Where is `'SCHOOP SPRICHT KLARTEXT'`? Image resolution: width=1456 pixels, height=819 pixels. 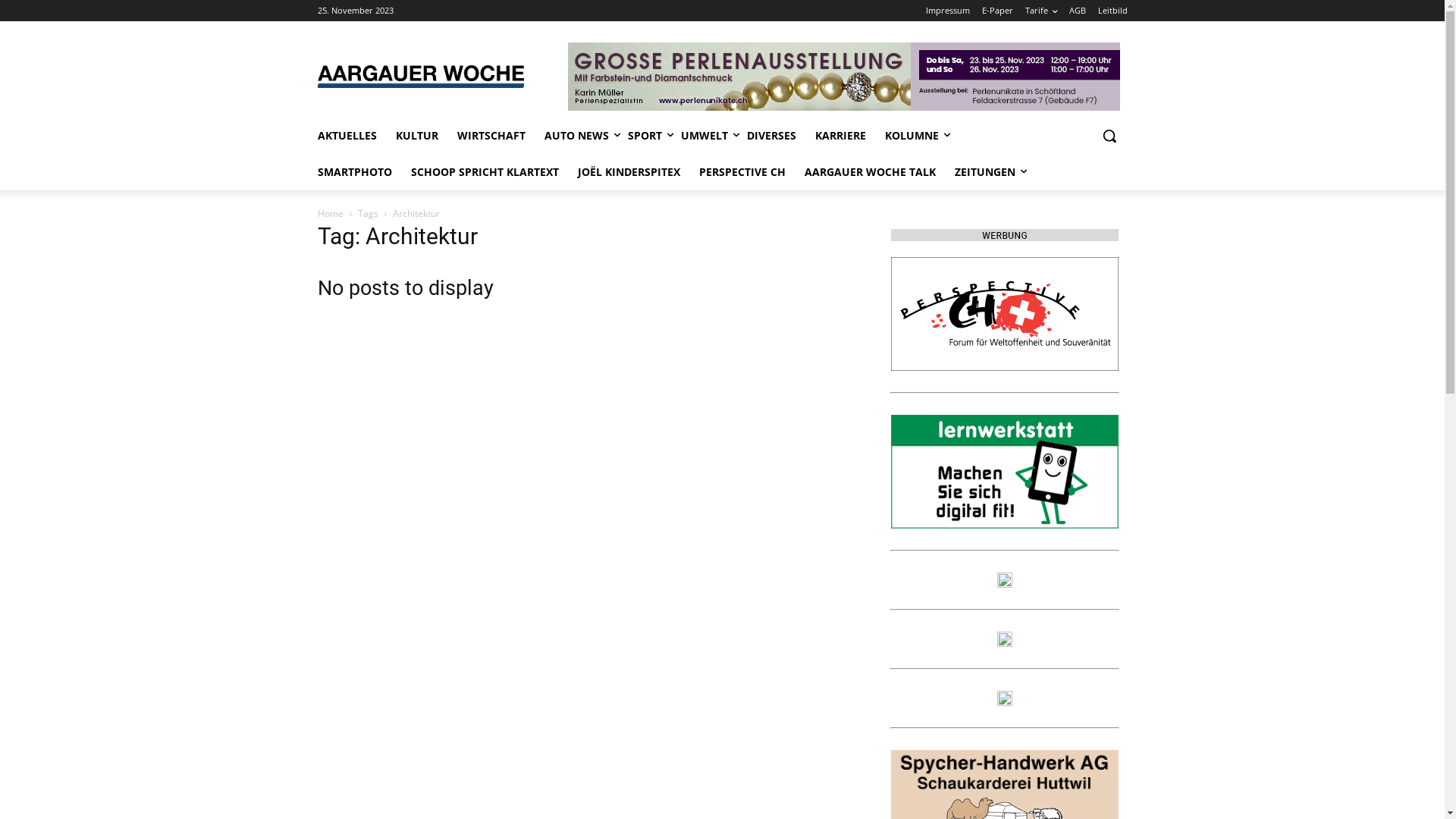 'SCHOOP SPRICHT KLARTEXT' is located at coordinates (484, 171).